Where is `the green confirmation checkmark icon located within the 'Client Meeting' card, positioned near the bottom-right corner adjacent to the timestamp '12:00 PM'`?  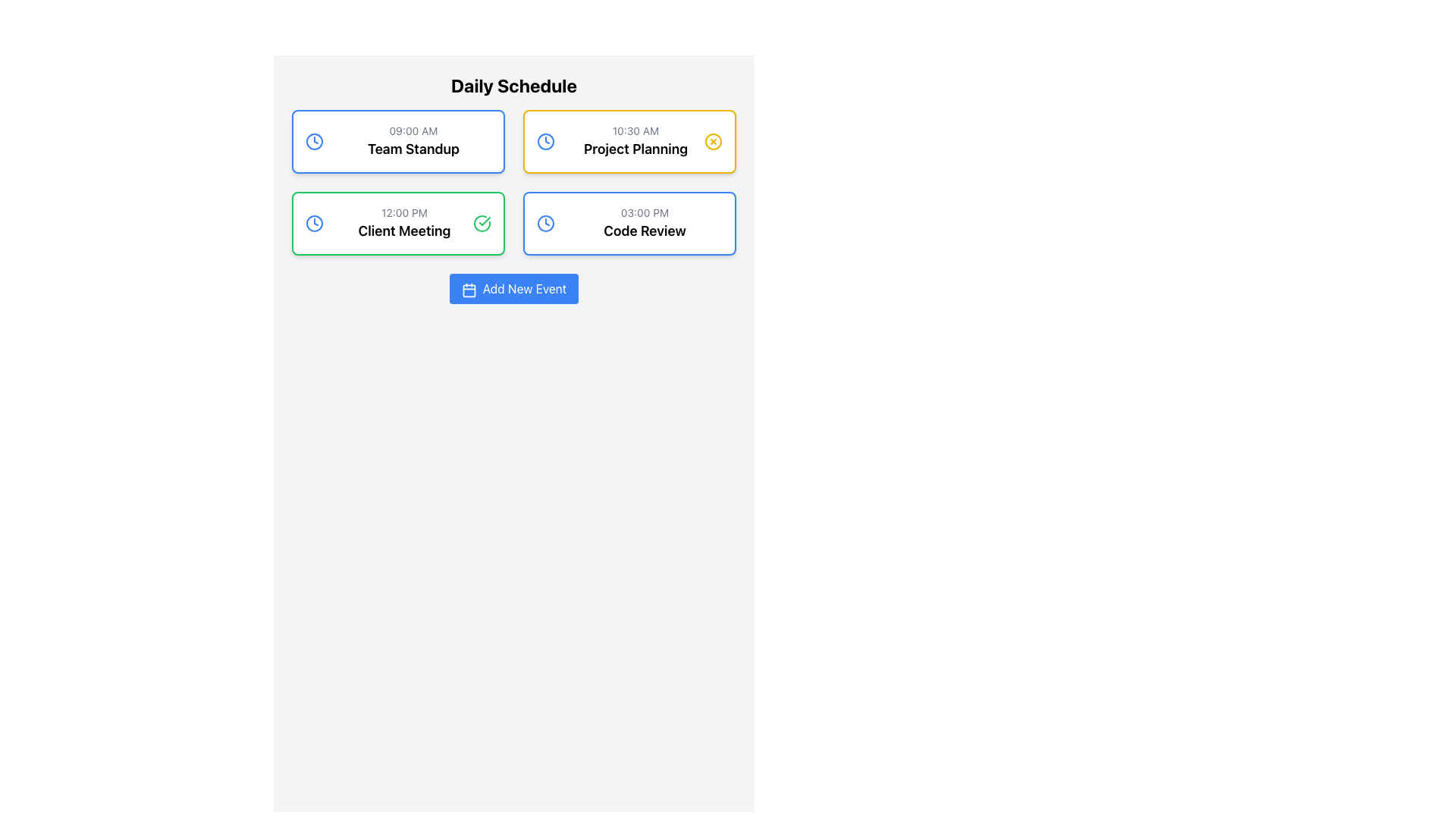
the green confirmation checkmark icon located within the 'Client Meeting' card, positioned near the bottom-right corner adjacent to the timestamp '12:00 PM' is located at coordinates (484, 221).